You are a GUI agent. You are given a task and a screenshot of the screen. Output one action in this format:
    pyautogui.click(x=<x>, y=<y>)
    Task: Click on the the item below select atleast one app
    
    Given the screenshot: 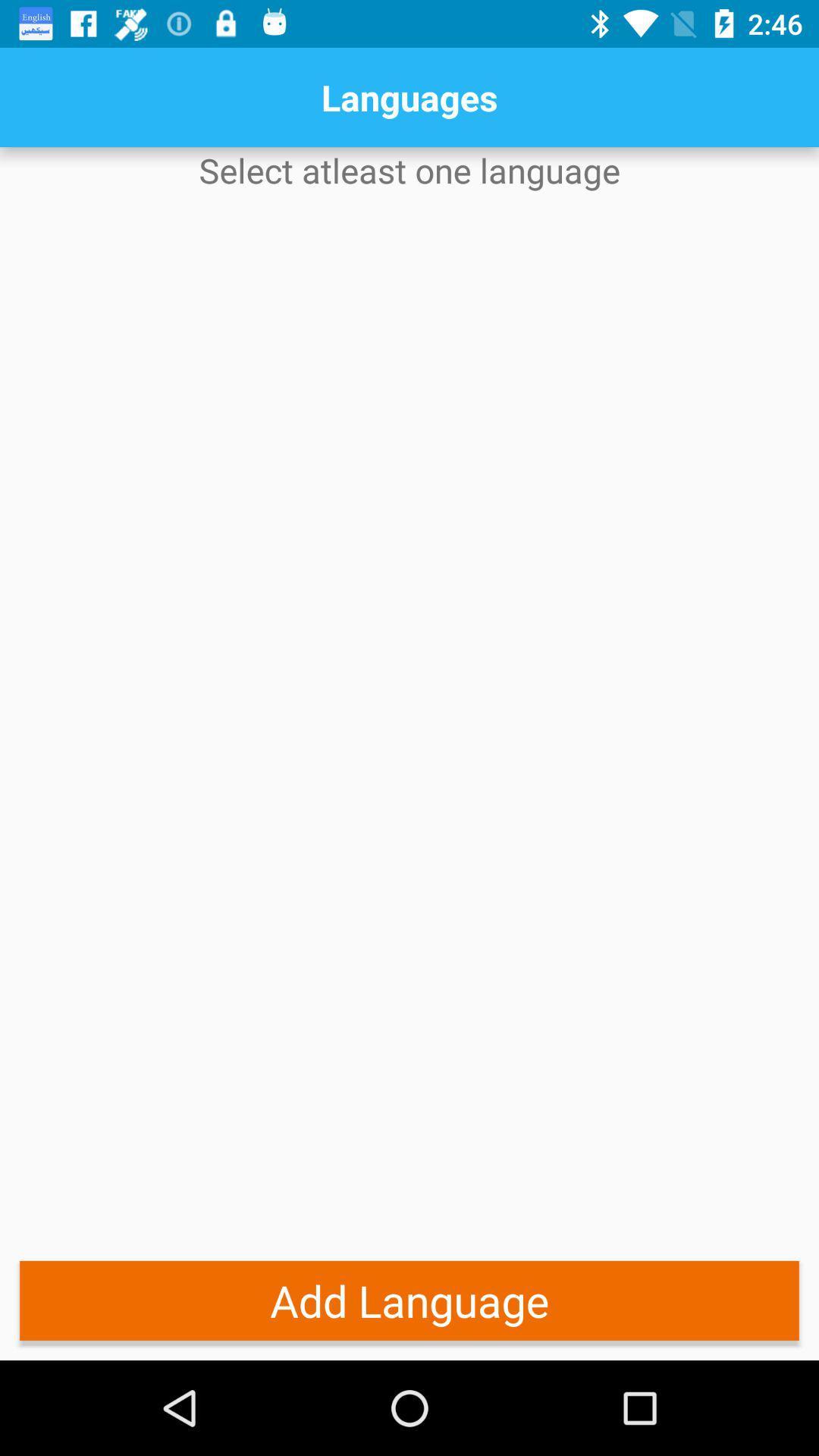 What is the action you would take?
    pyautogui.click(x=409, y=1300)
    